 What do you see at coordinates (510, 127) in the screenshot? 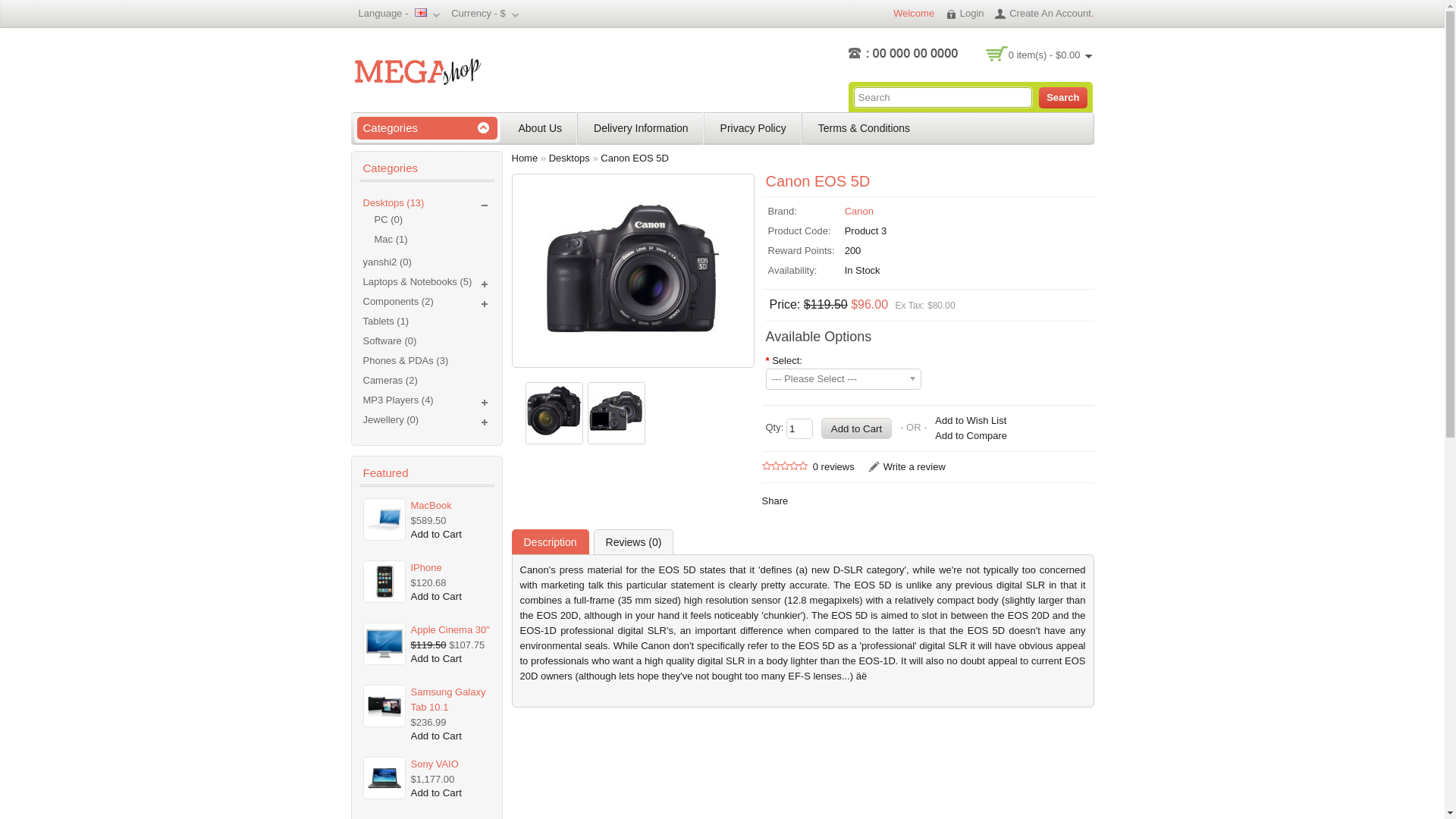
I see `'About Us'` at bounding box center [510, 127].